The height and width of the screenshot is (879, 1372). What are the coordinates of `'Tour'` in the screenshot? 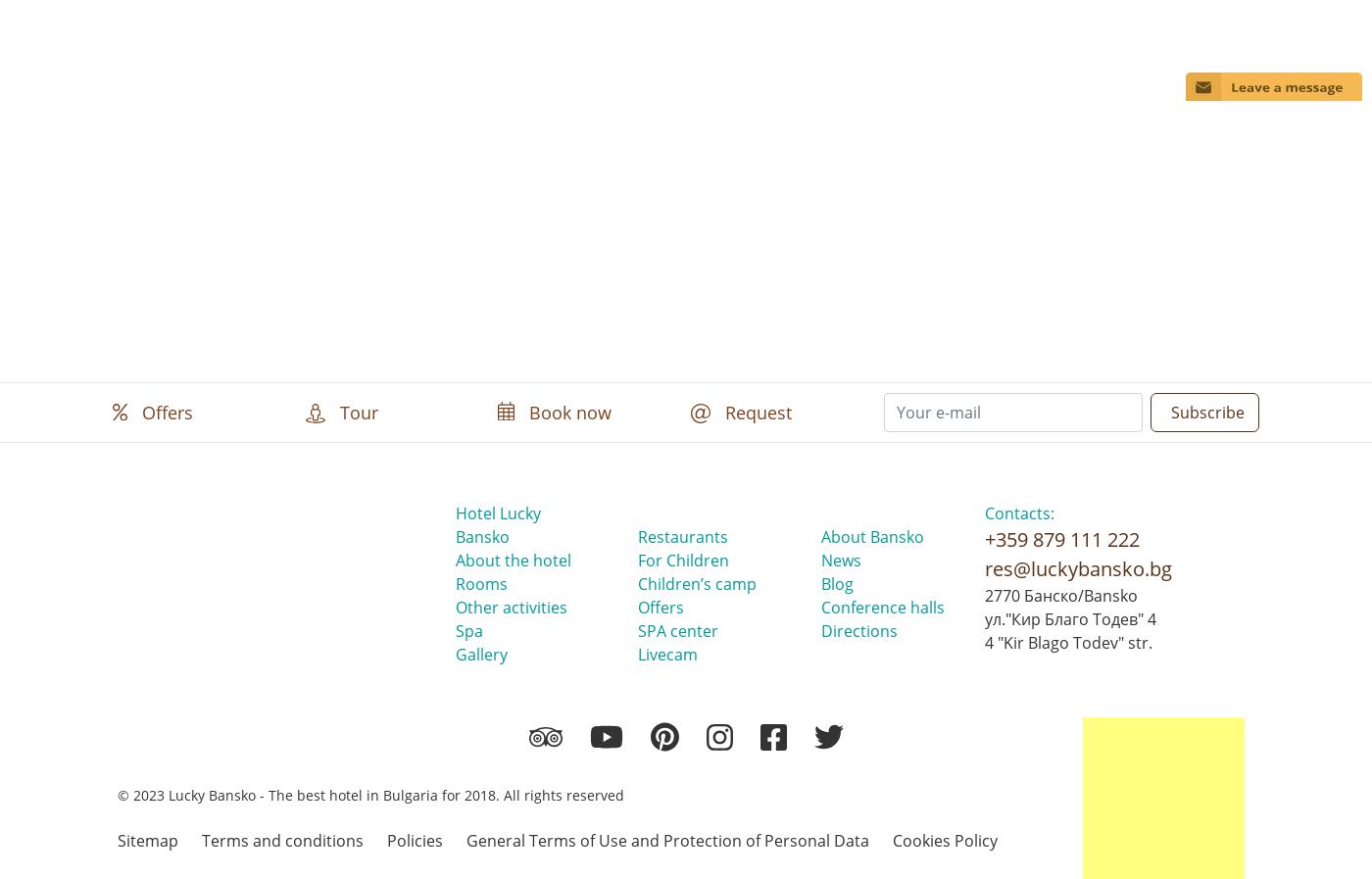 It's located at (356, 410).